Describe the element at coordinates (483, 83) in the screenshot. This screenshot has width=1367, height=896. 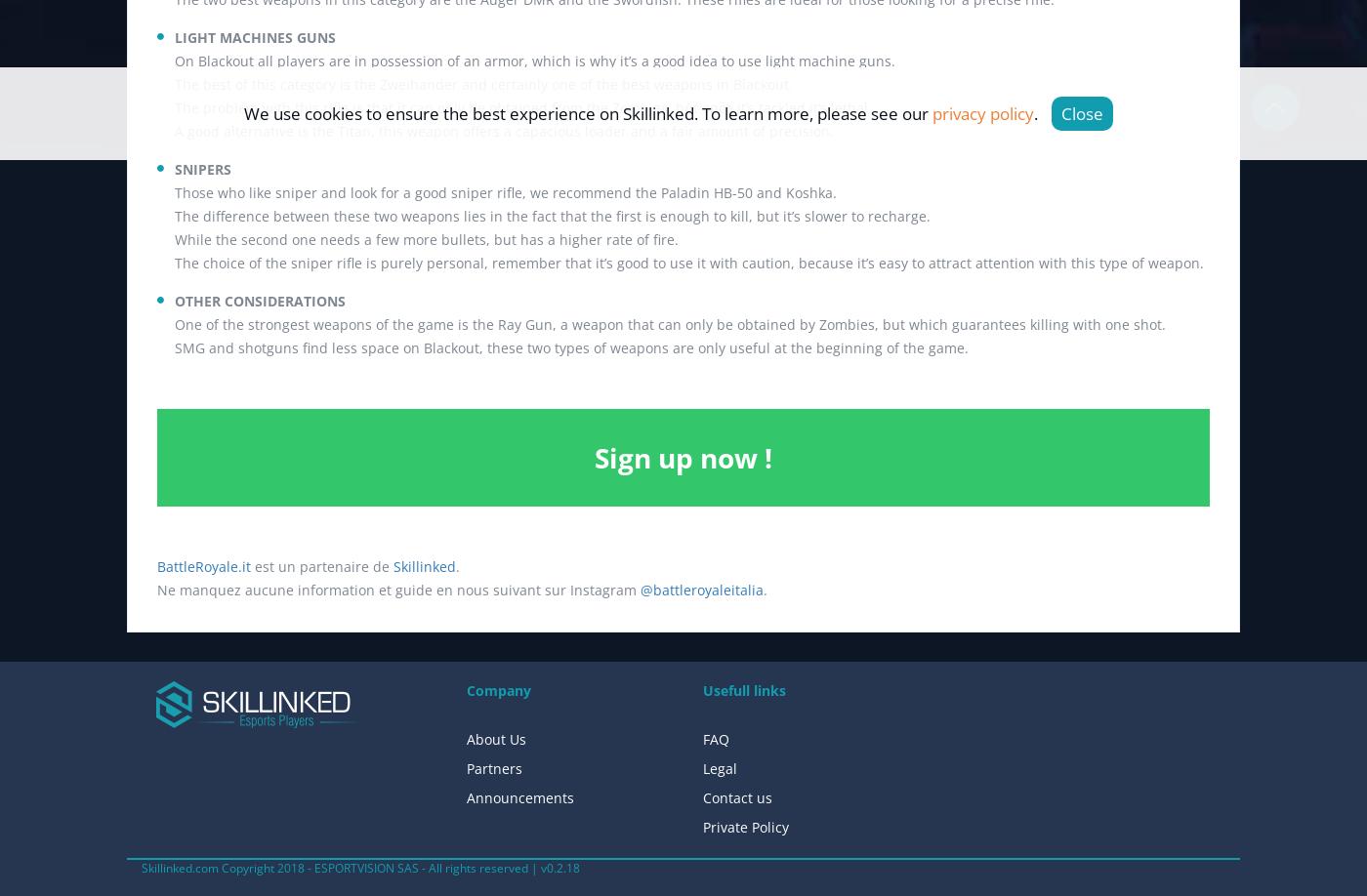
I see `'The best of this category is the Zweihander and certainly one of the best weapons in Blackout.'` at that location.